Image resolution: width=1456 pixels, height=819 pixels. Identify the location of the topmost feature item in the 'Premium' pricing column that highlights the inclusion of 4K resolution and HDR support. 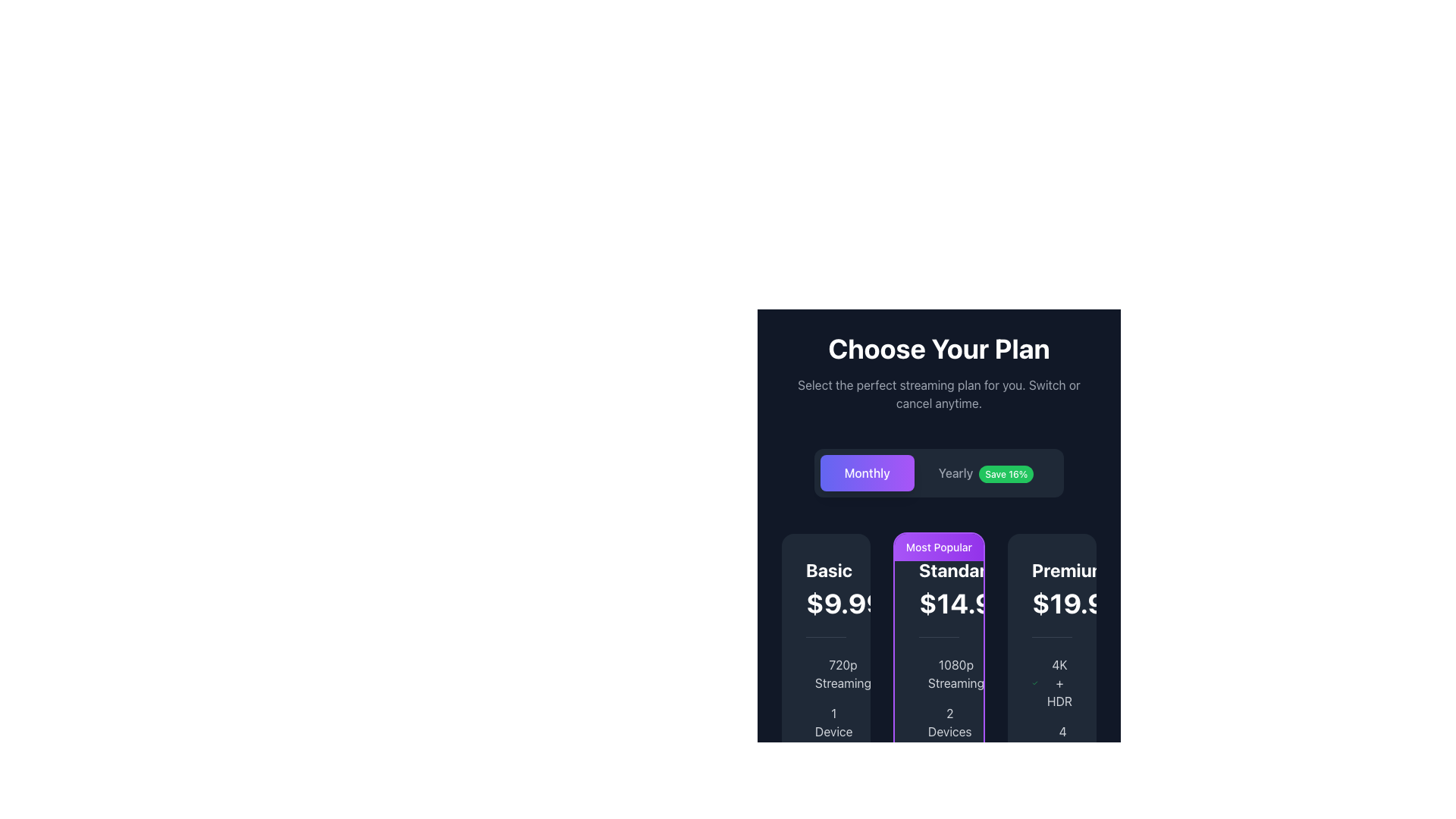
(1051, 683).